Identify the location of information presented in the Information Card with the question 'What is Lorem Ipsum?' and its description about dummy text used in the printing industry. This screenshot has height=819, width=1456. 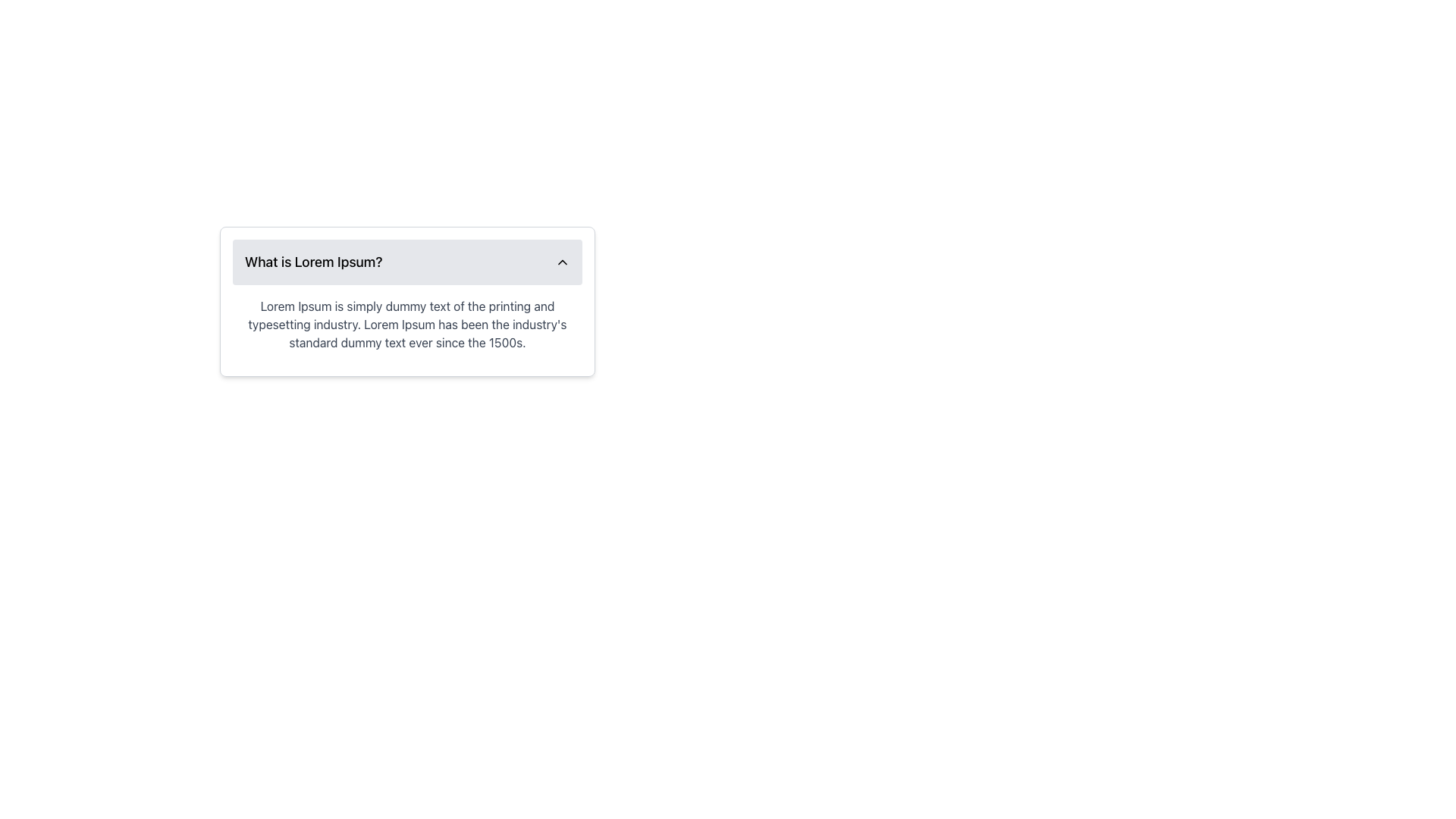
(407, 301).